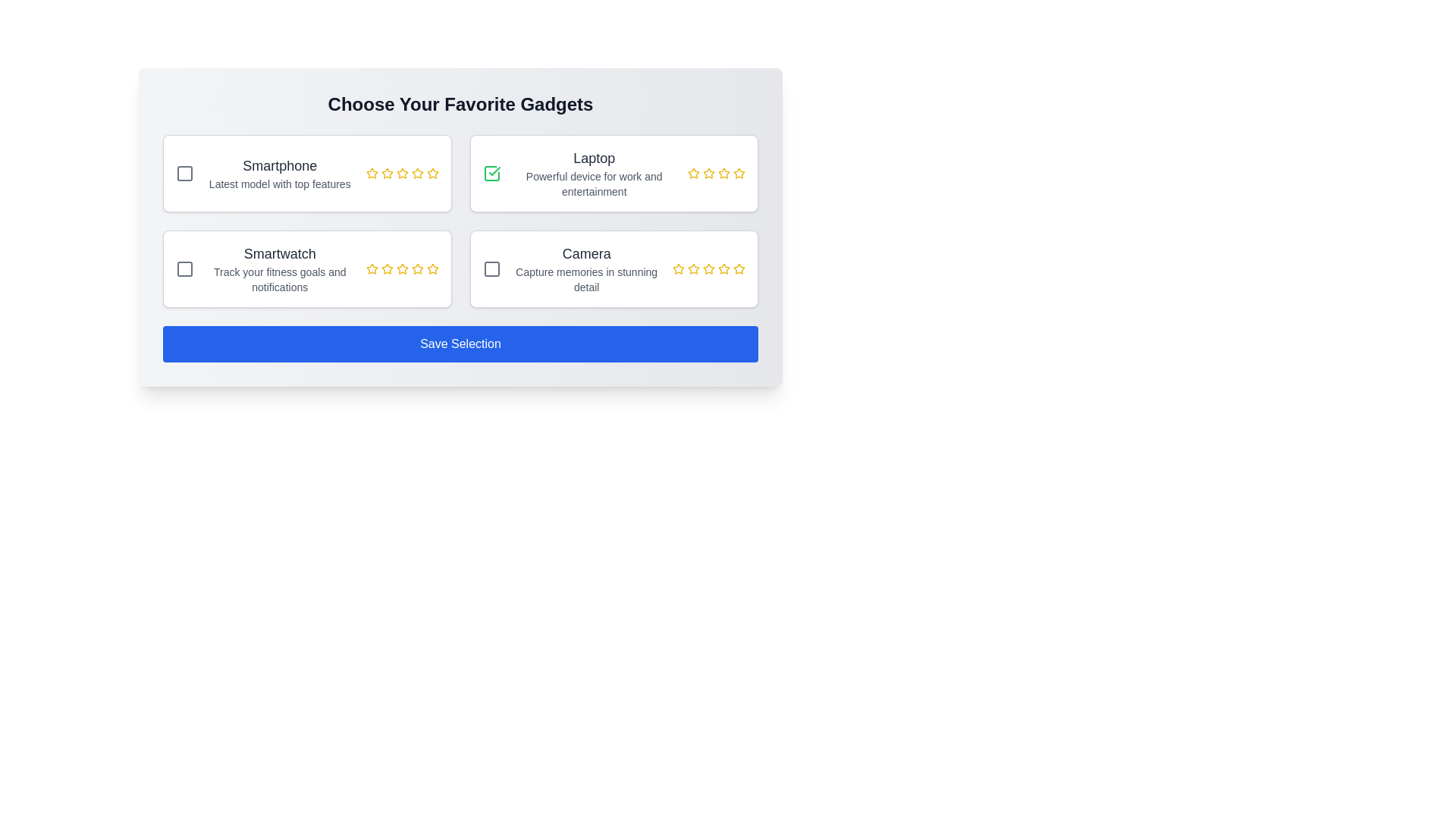 This screenshot has height=819, width=1456. I want to click on the fourth star icon in the rating system for the 'Camera' item, which is located in the bottom-right grid cell beneath the 'Camera' item title, so click(708, 268).